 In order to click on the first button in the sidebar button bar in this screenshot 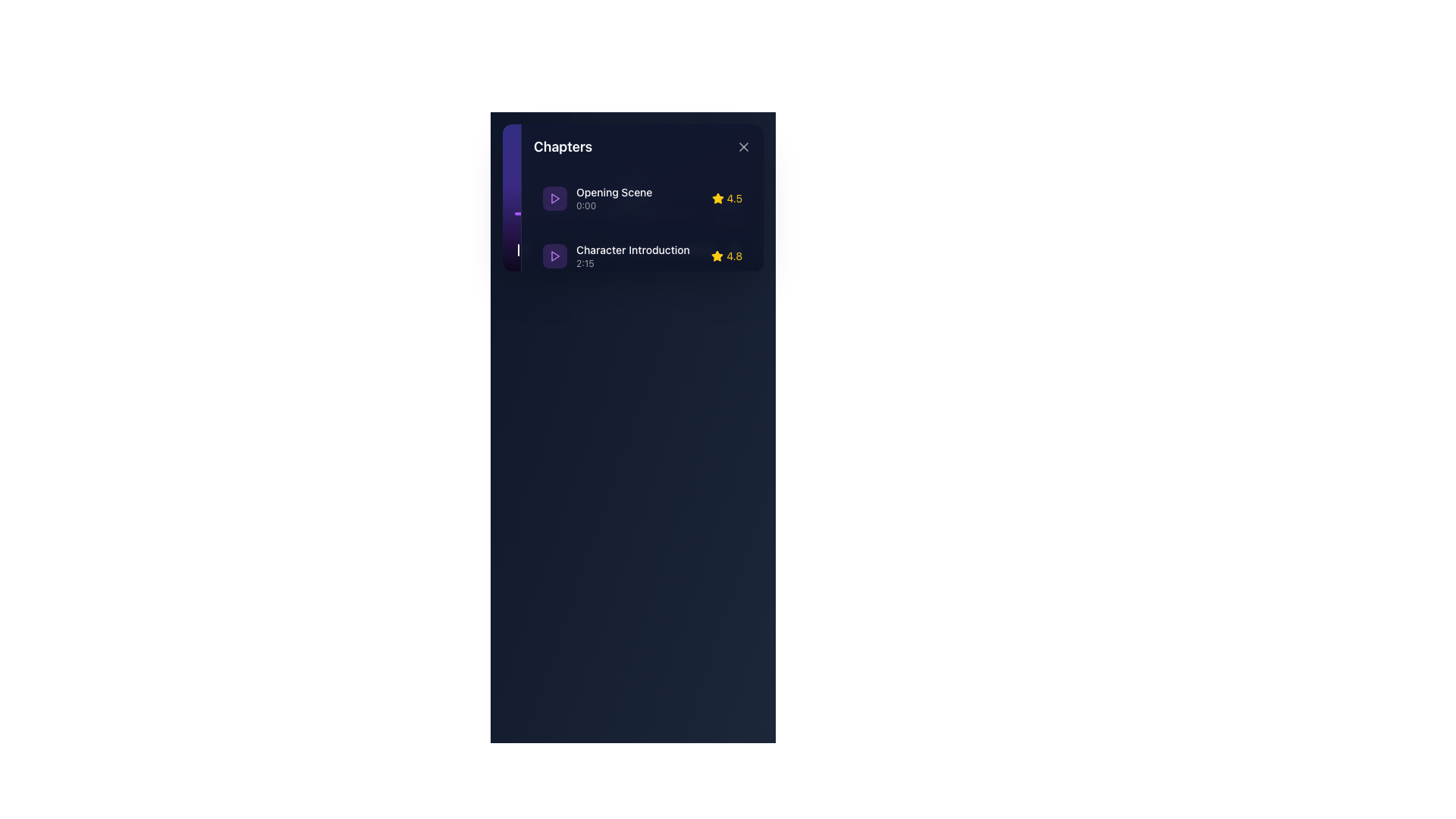, I will do `click(524, 249)`.